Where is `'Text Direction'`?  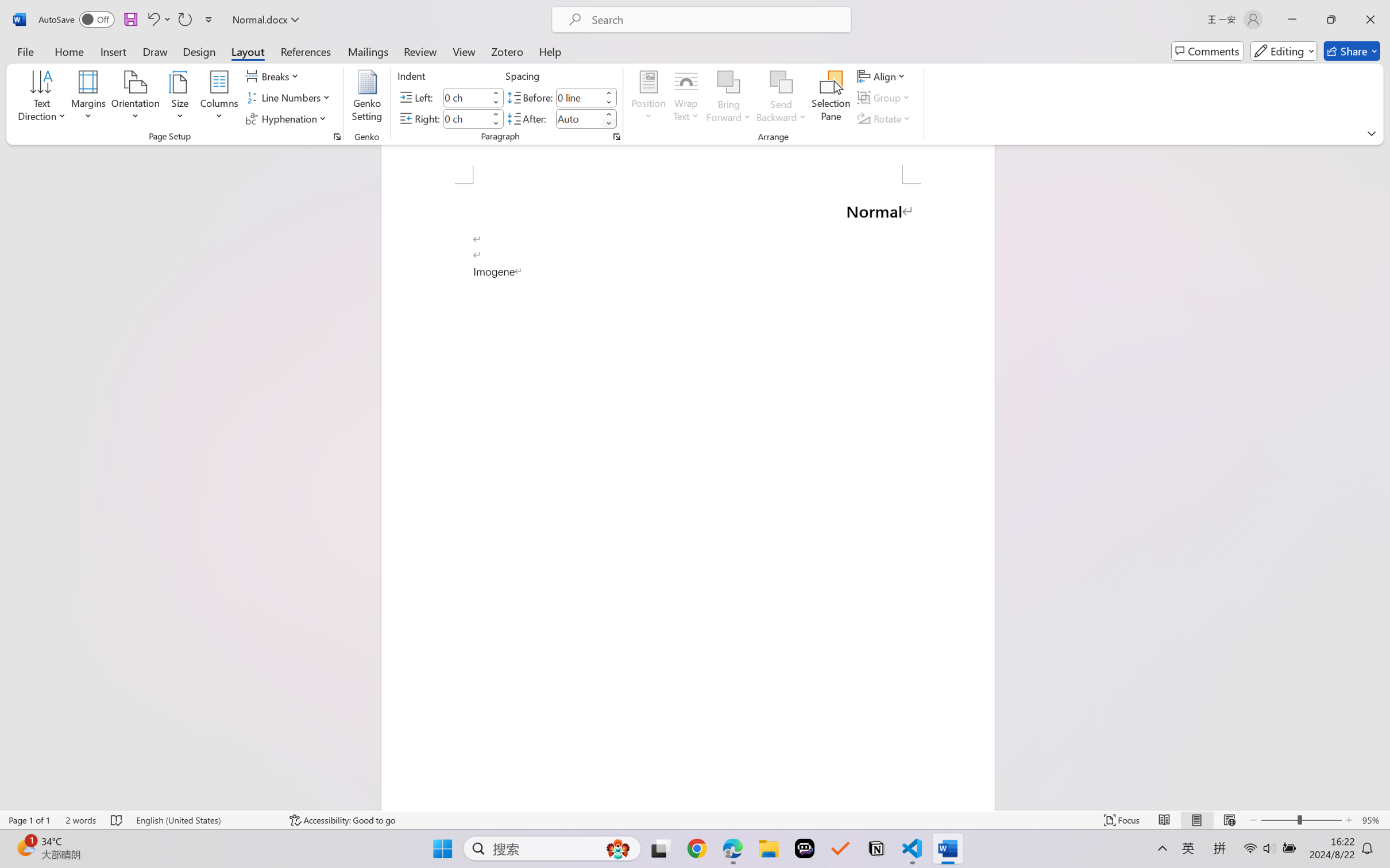 'Text Direction' is located at coordinates (42, 98).